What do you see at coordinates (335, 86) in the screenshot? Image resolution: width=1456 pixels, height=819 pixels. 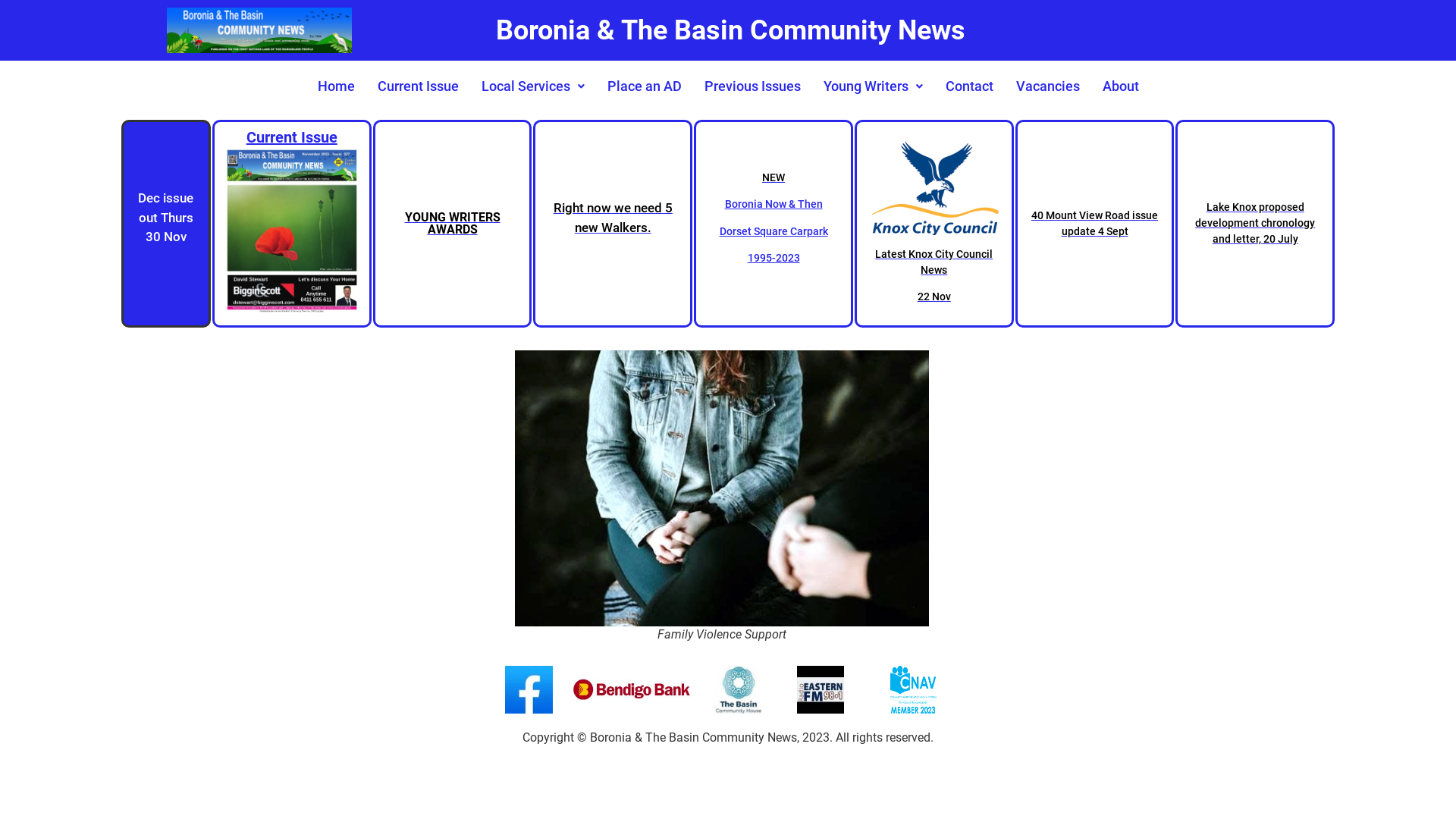 I see `'Home'` at bounding box center [335, 86].